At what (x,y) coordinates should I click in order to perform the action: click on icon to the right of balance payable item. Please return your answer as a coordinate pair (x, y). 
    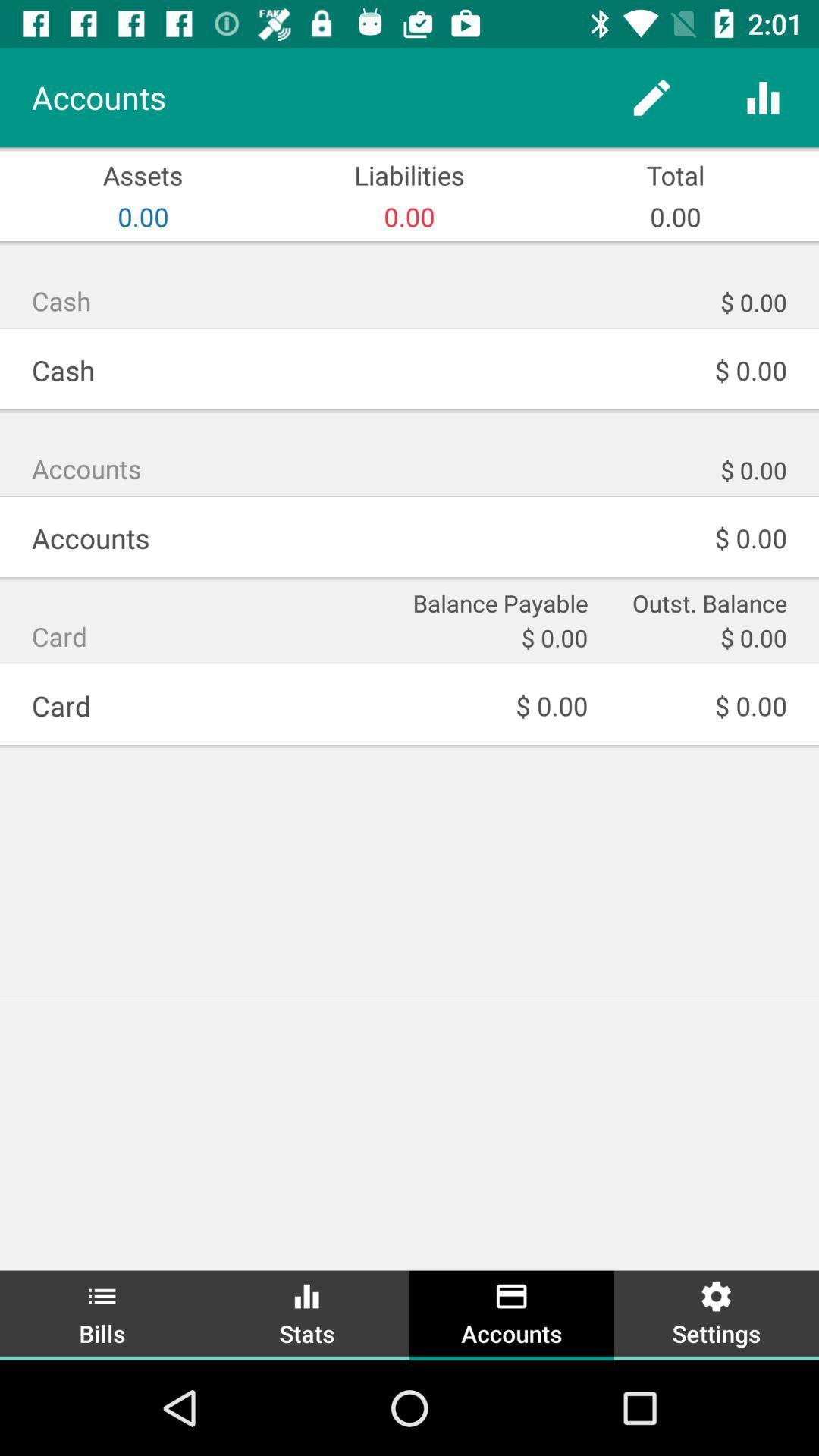
    Looking at the image, I should click on (697, 601).